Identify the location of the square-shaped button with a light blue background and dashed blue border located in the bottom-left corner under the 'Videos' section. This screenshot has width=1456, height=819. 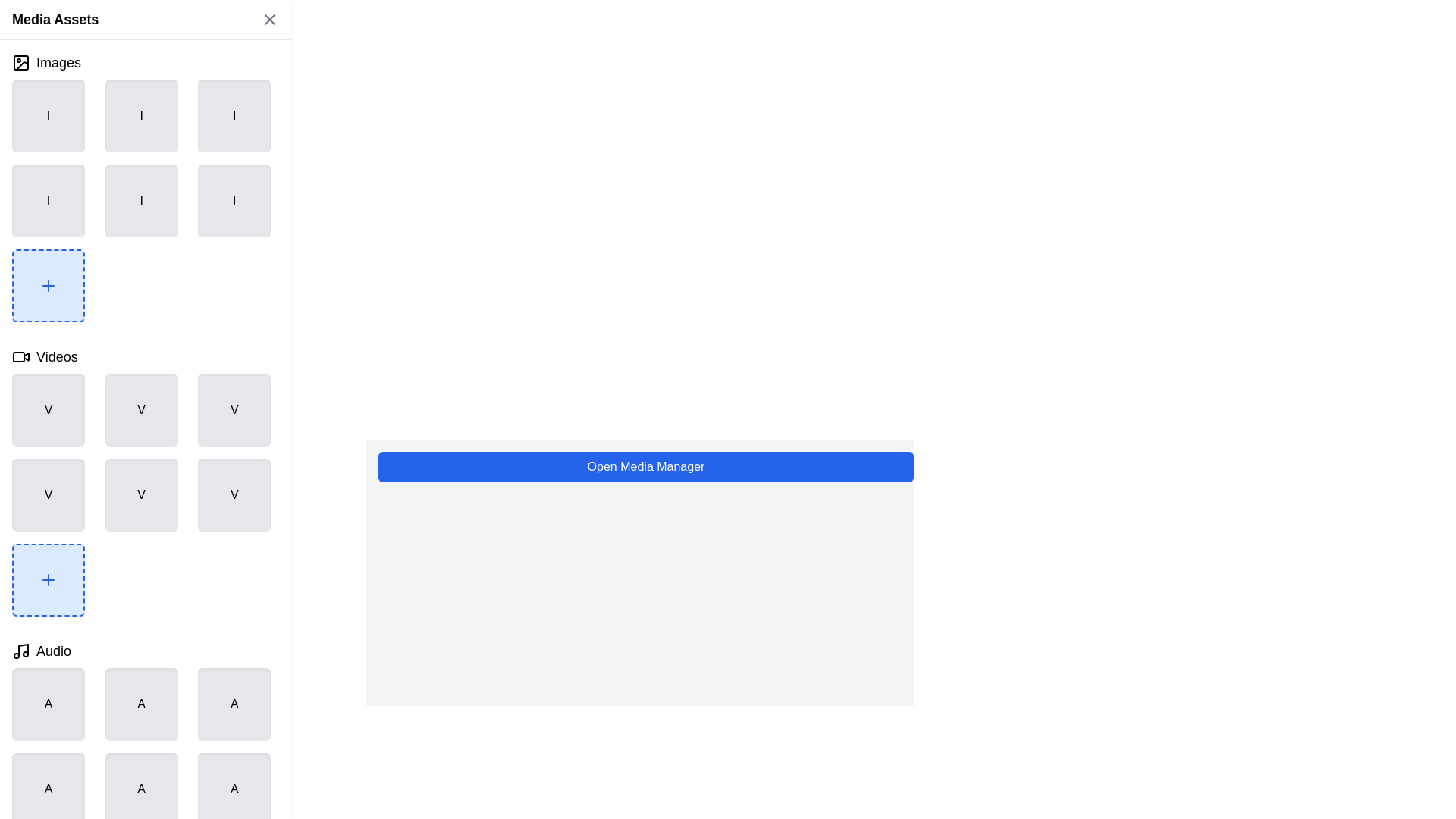
(48, 579).